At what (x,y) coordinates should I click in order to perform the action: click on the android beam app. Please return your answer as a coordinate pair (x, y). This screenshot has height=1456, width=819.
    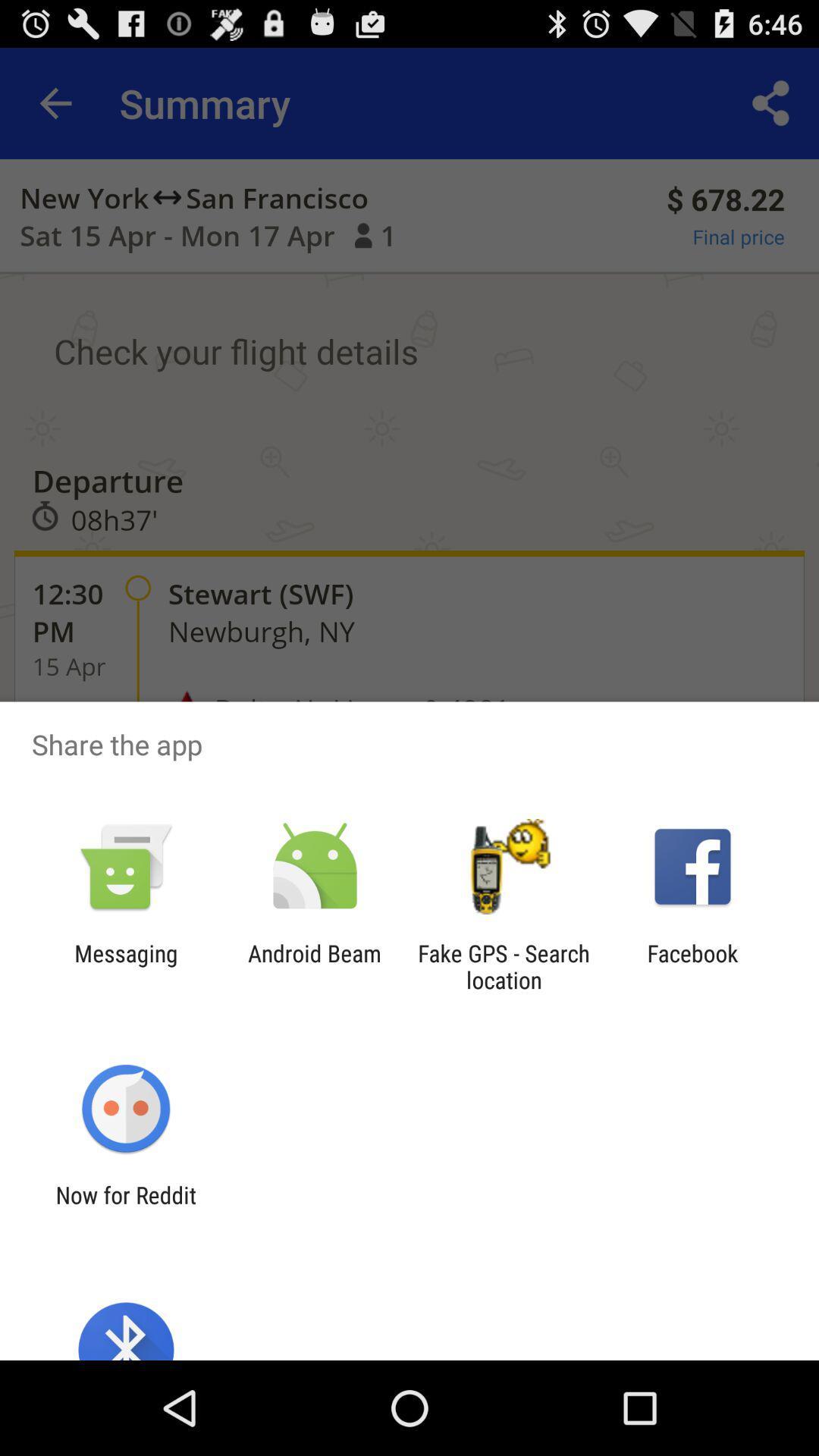
    Looking at the image, I should click on (314, 966).